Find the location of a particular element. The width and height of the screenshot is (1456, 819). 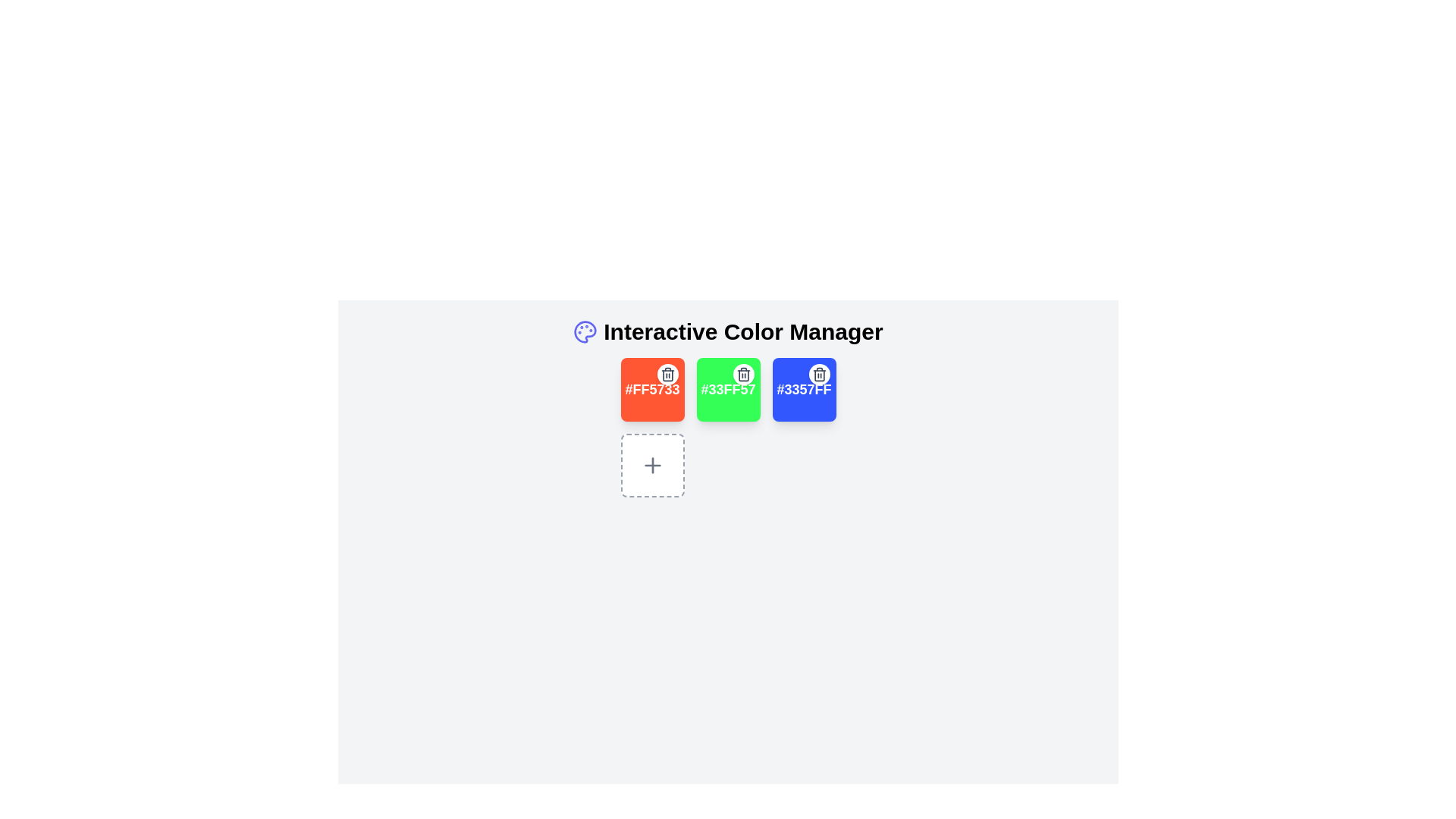

the Color tile with an embedded button is located at coordinates (803, 388).